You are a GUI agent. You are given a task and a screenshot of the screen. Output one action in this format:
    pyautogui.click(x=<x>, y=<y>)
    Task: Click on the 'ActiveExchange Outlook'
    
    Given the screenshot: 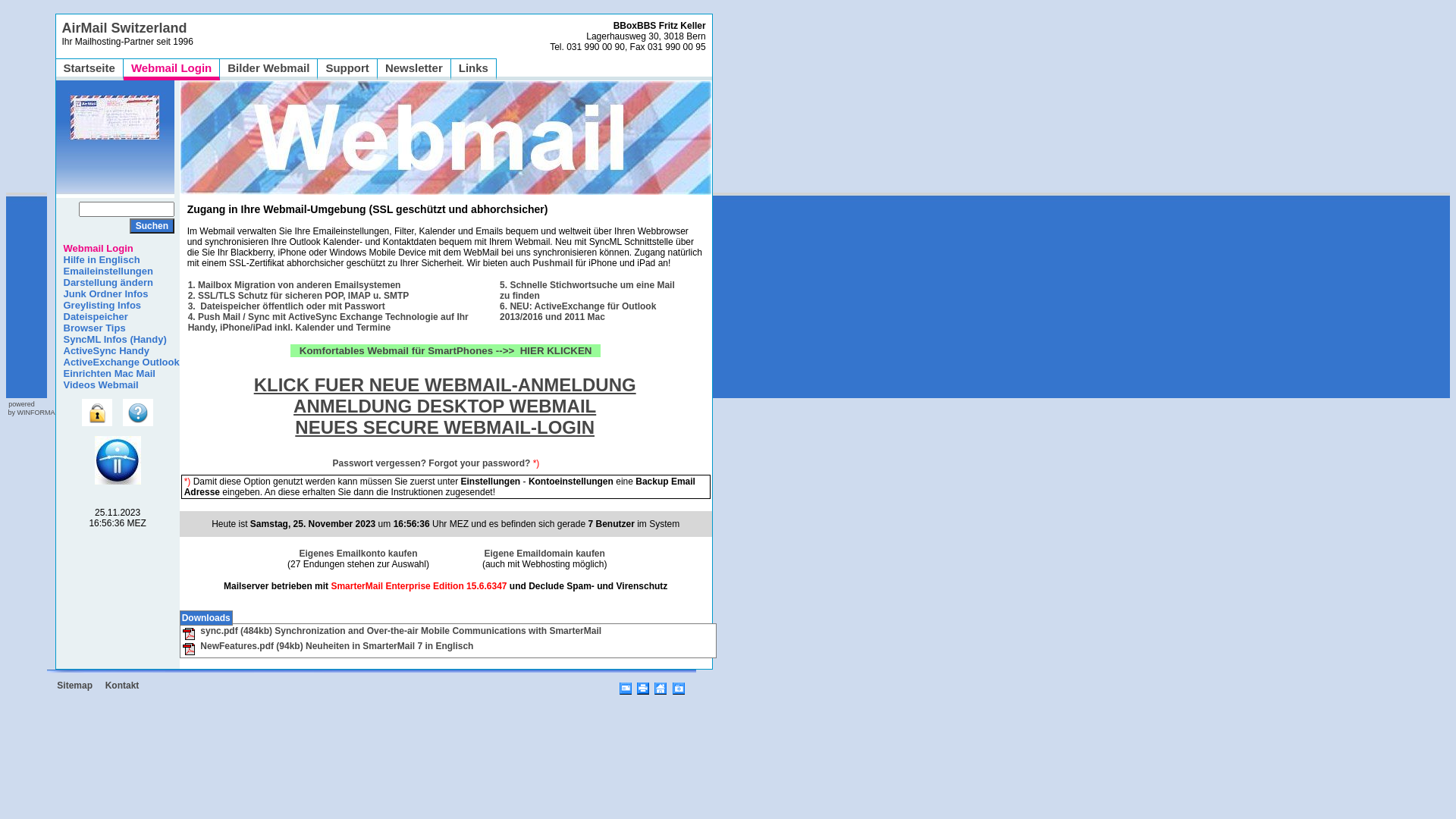 What is the action you would take?
    pyautogui.click(x=117, y=362)
    